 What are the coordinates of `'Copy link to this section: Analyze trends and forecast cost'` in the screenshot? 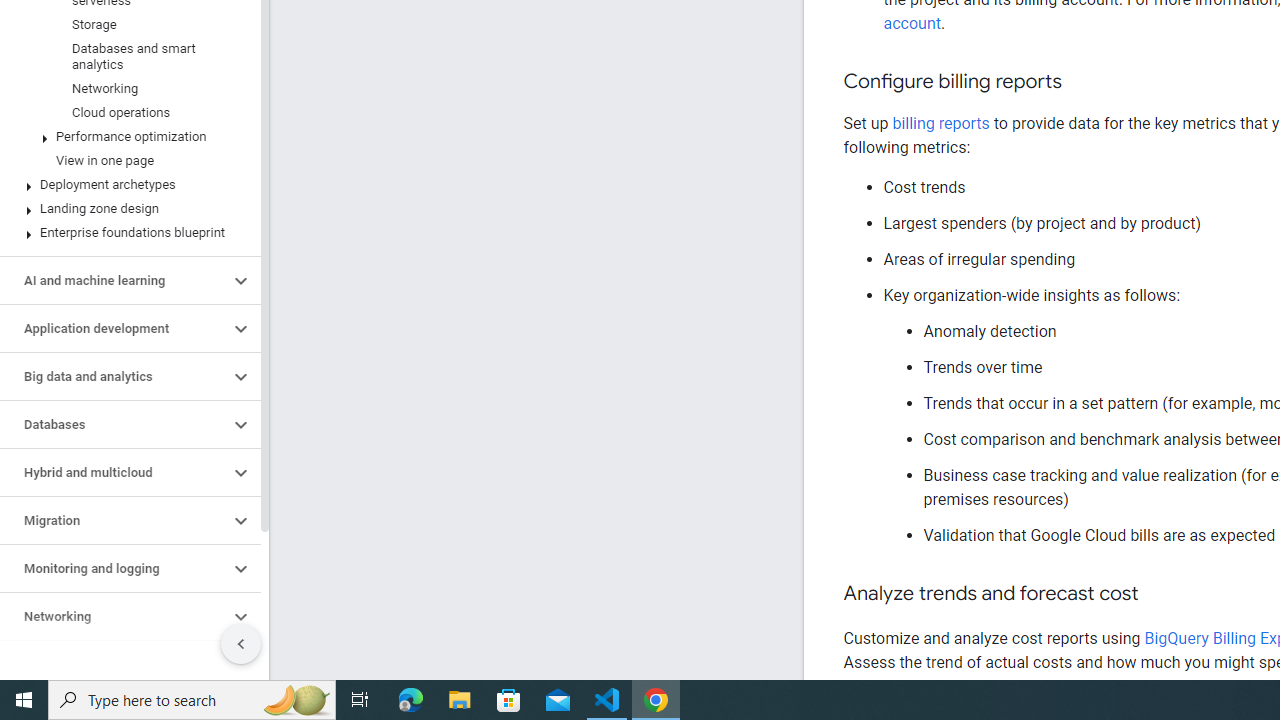 It's located at (1158, 593).